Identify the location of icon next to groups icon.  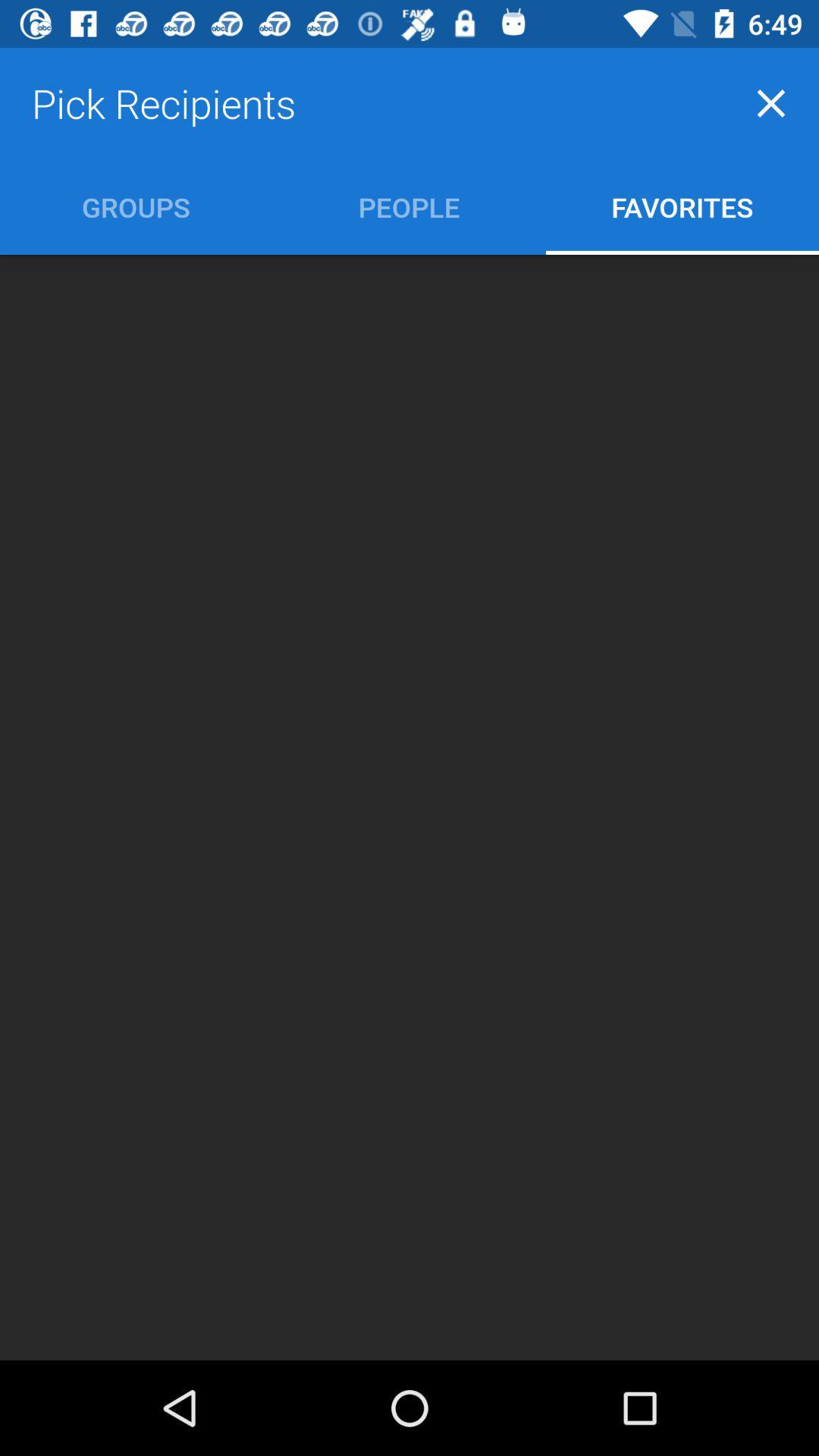
(408, 206).